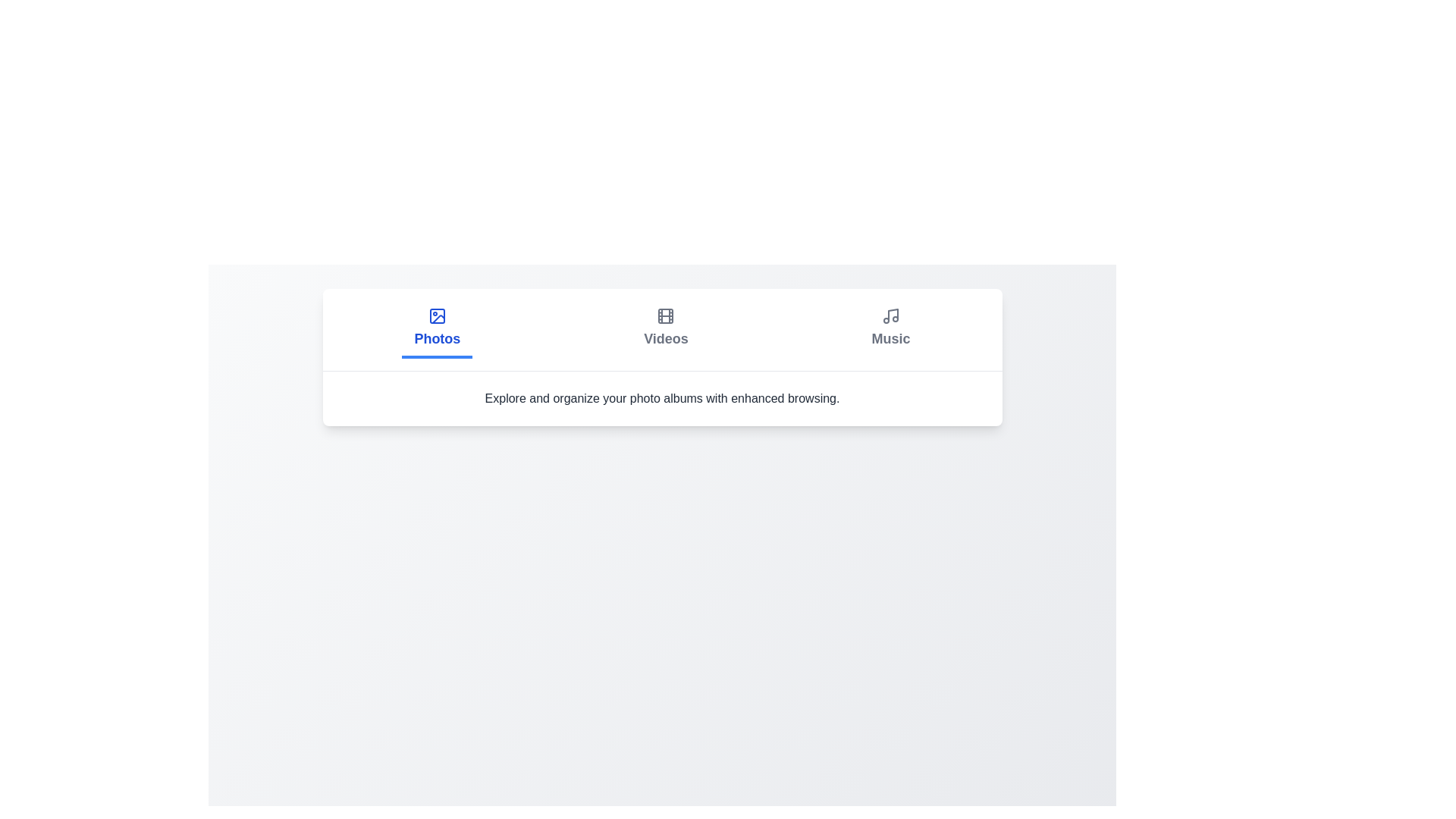  What do you see at coordinates (436, 329) in the screenshot?
I see `the Photos tab by clicking on it` at bounding box center [436, 329].